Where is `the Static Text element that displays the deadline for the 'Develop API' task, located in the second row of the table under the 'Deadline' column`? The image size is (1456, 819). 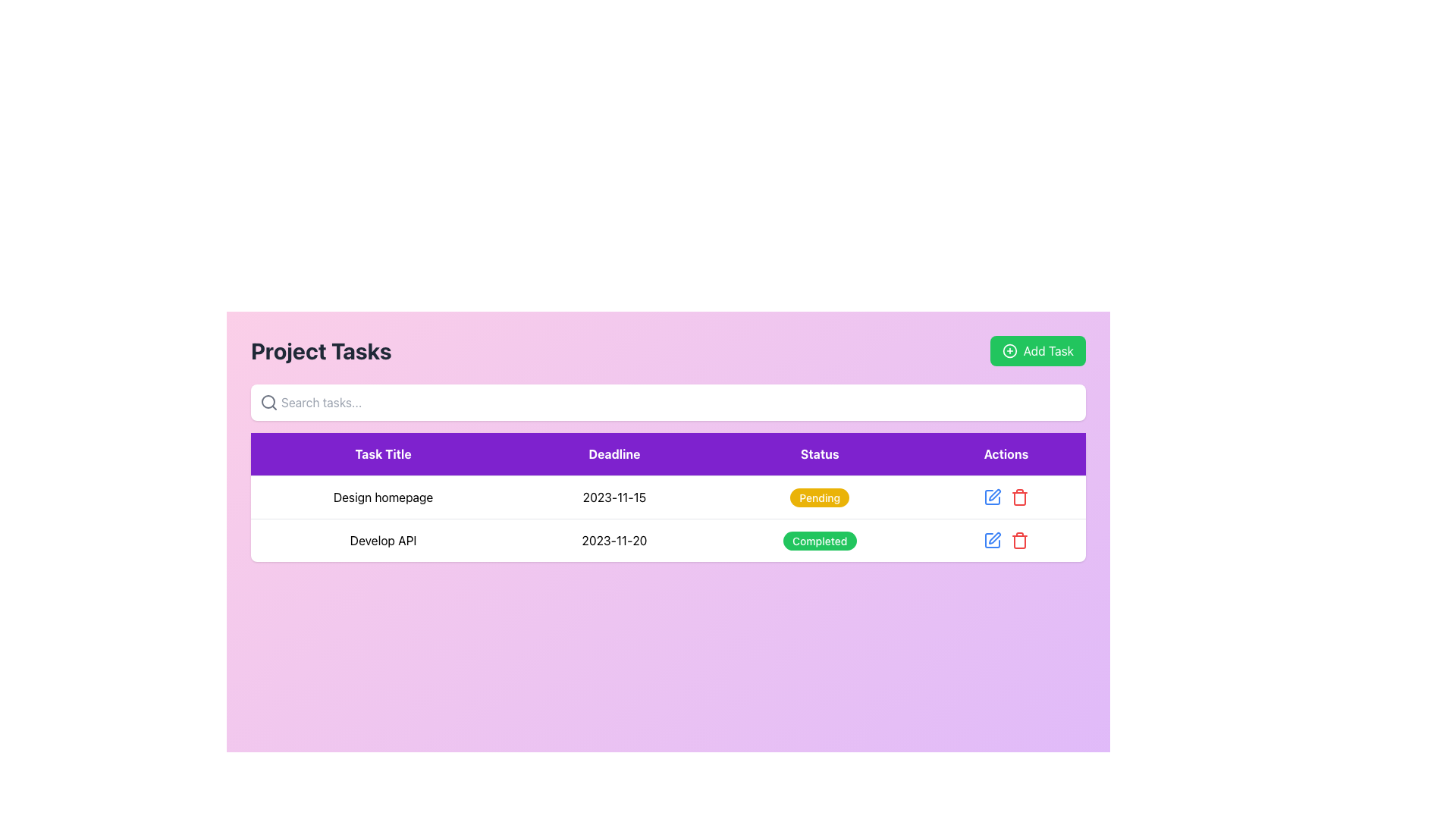 the Static Text element that displays the deadline for the 'Develop API' task, located in the second row of the table under the 'Deadline' column is located at coordinates (614, 539).